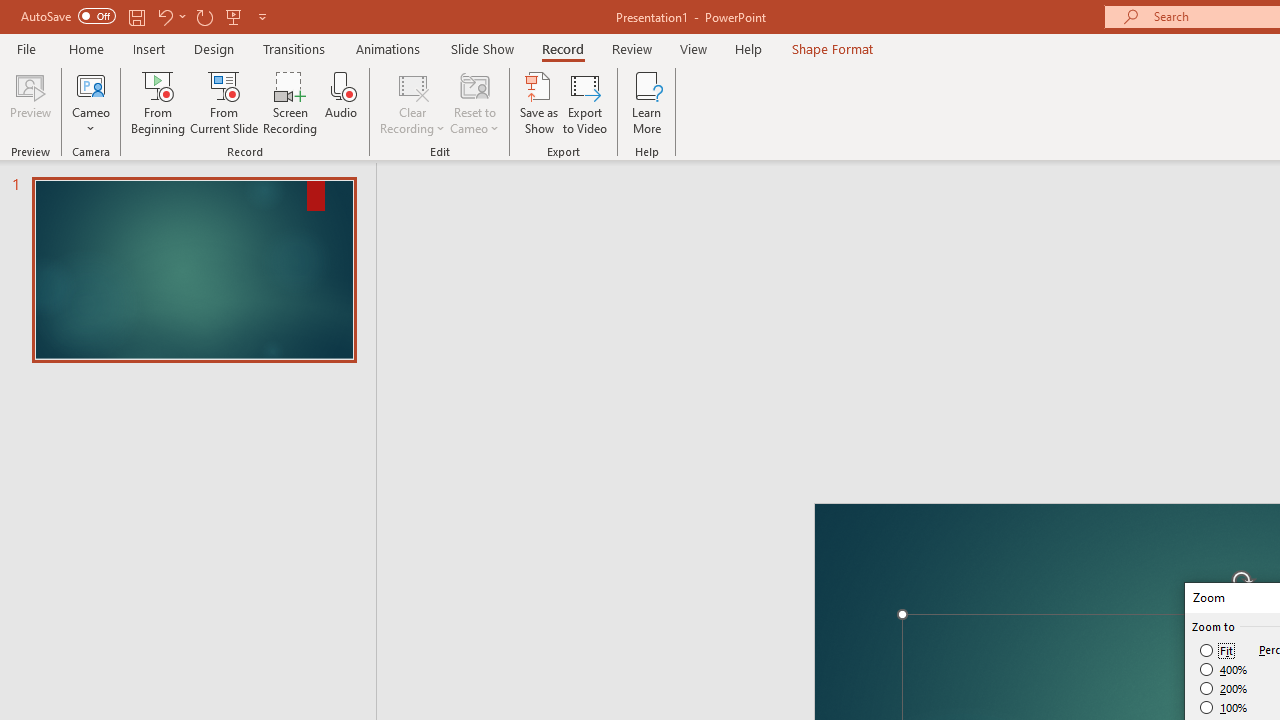 This screenshot has height=720, width=1280. What do you see at coordinates (157, 103) in the screenshot?
I see `'From Beginning...'` at bounding box center [157, 103].